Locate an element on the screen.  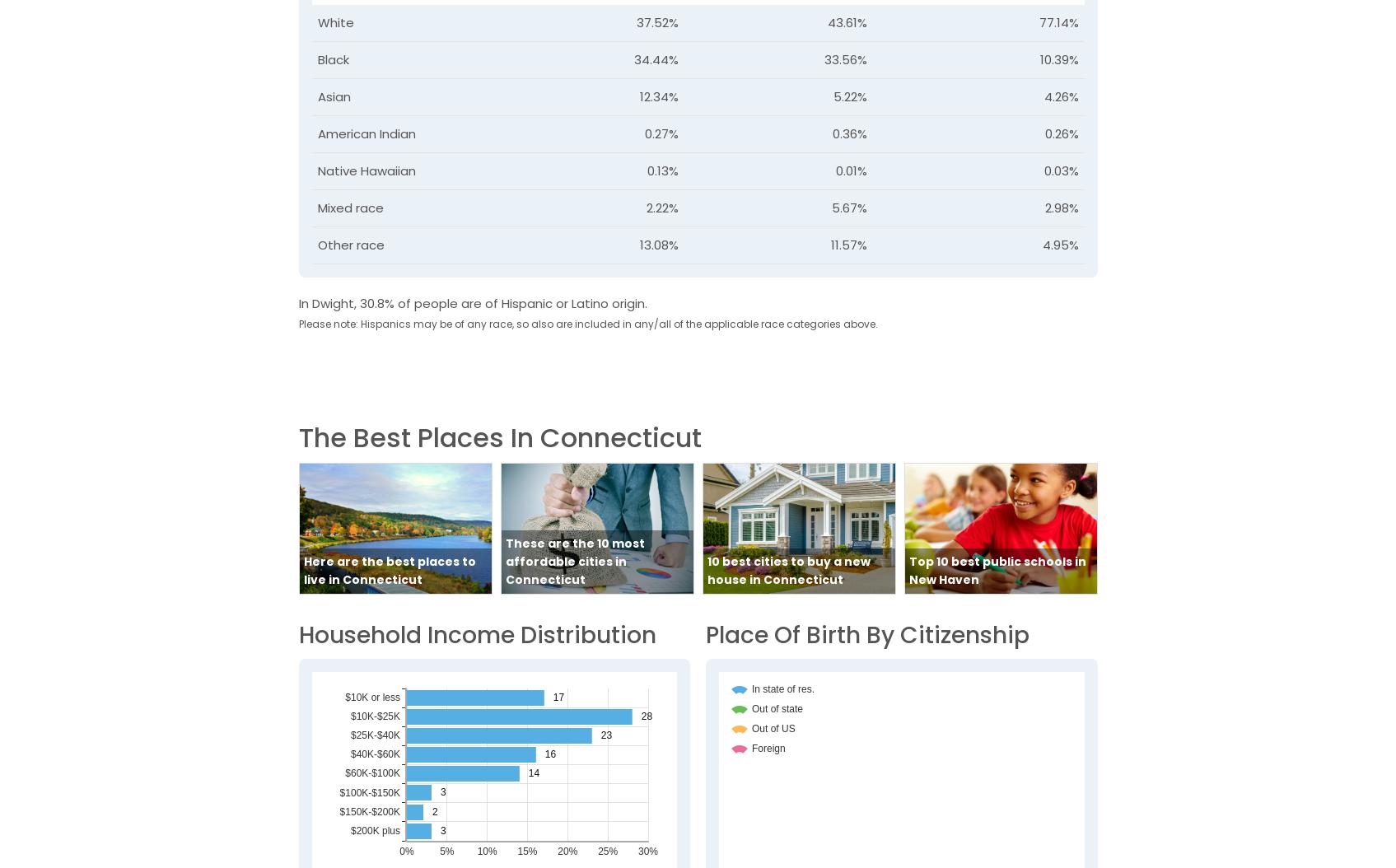
'These are the 10 most affordable cities in Connecticut' is located at coordinates (574, 561).